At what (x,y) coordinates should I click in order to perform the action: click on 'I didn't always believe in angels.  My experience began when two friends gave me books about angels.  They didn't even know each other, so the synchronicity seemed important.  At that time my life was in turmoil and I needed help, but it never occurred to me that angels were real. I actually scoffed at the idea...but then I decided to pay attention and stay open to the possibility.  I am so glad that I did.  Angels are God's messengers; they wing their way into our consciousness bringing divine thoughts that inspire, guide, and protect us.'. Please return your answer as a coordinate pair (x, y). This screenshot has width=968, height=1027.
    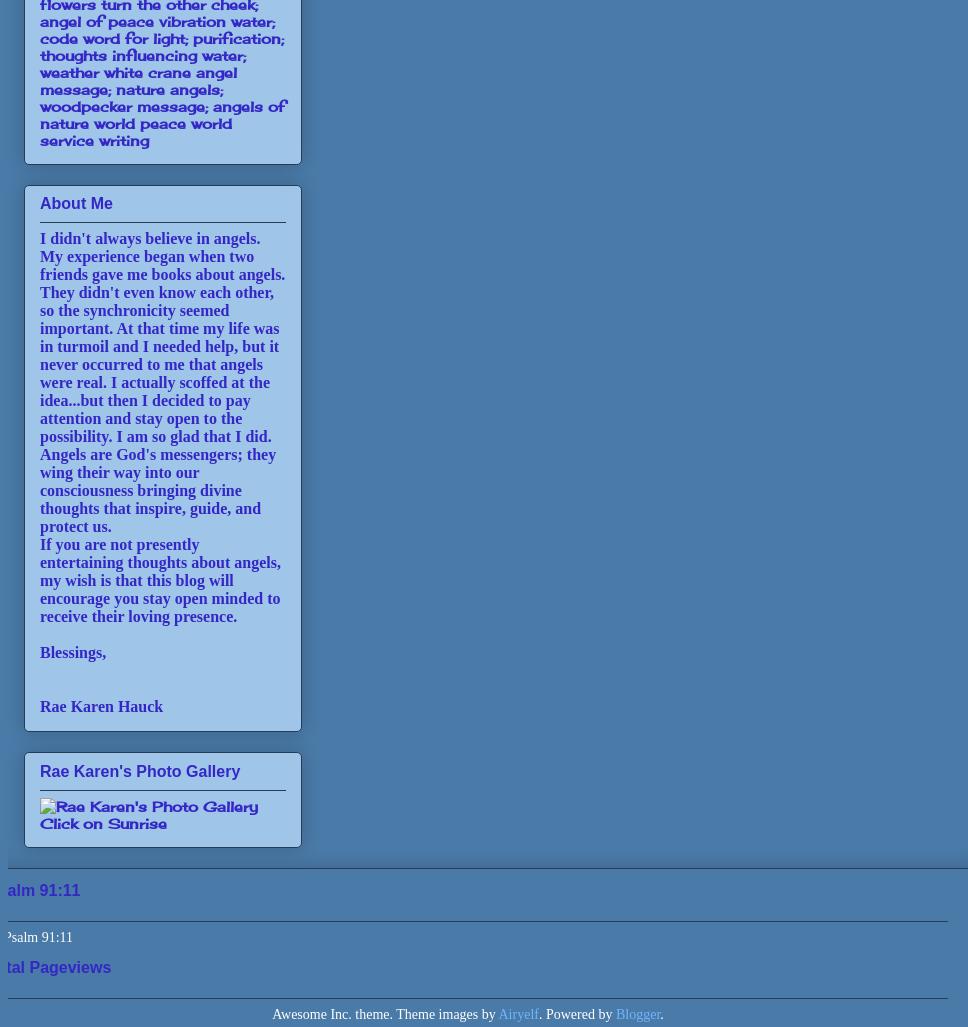
    Looking at the image, I should click on (162, 382).